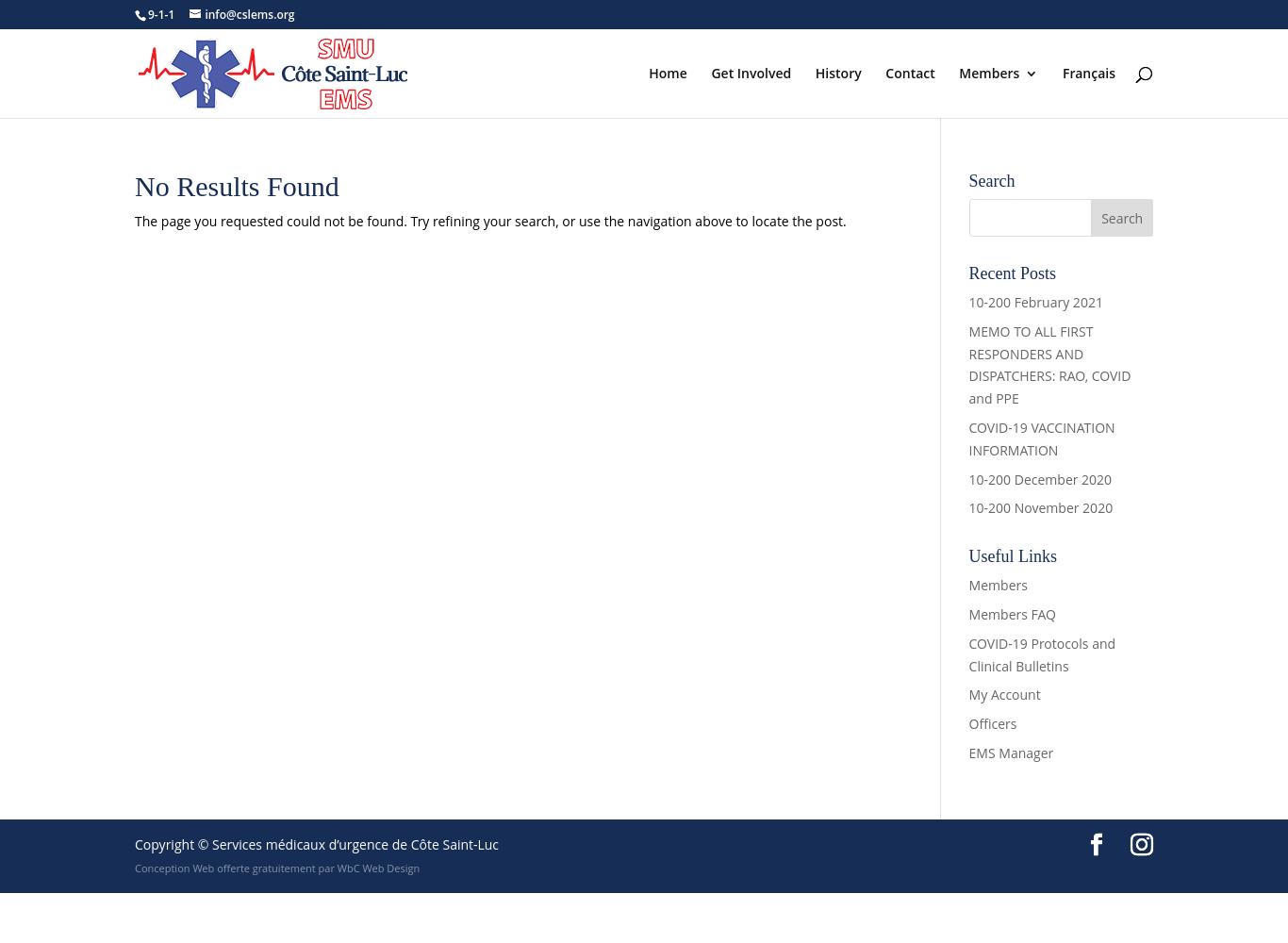 The height and width of the screenshot is (943, 1288). Describe the element at coordinates (1040, 653) in the screenshot. I see `'COVID-19 Protocols and Clinical Bulletins'` at that location.